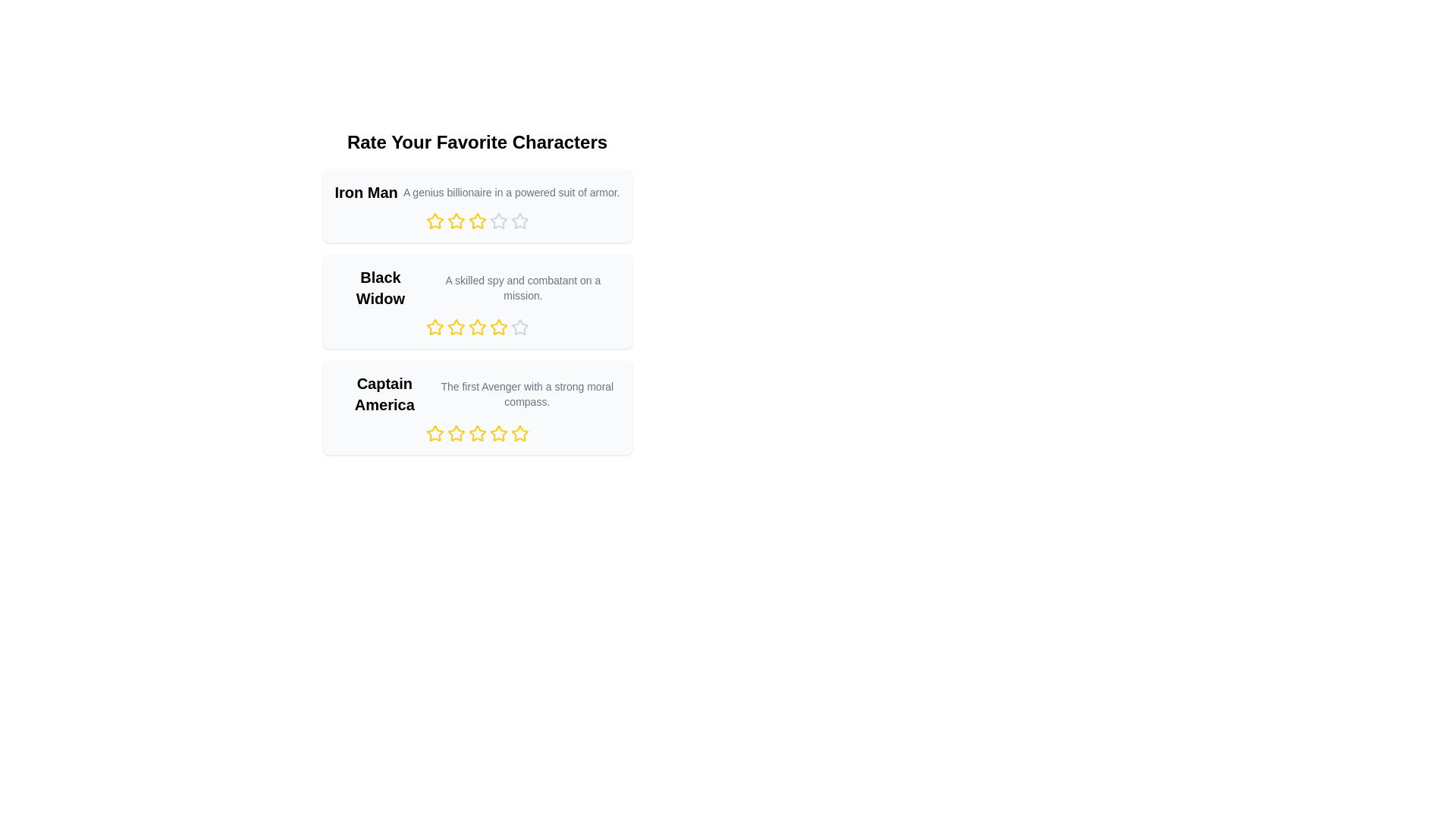  Describe the element at coordinates (455, 327) in the screenshot. I see `the second interactive rating star located under the 'Black Widow' section to indicate a rating value` at that location.